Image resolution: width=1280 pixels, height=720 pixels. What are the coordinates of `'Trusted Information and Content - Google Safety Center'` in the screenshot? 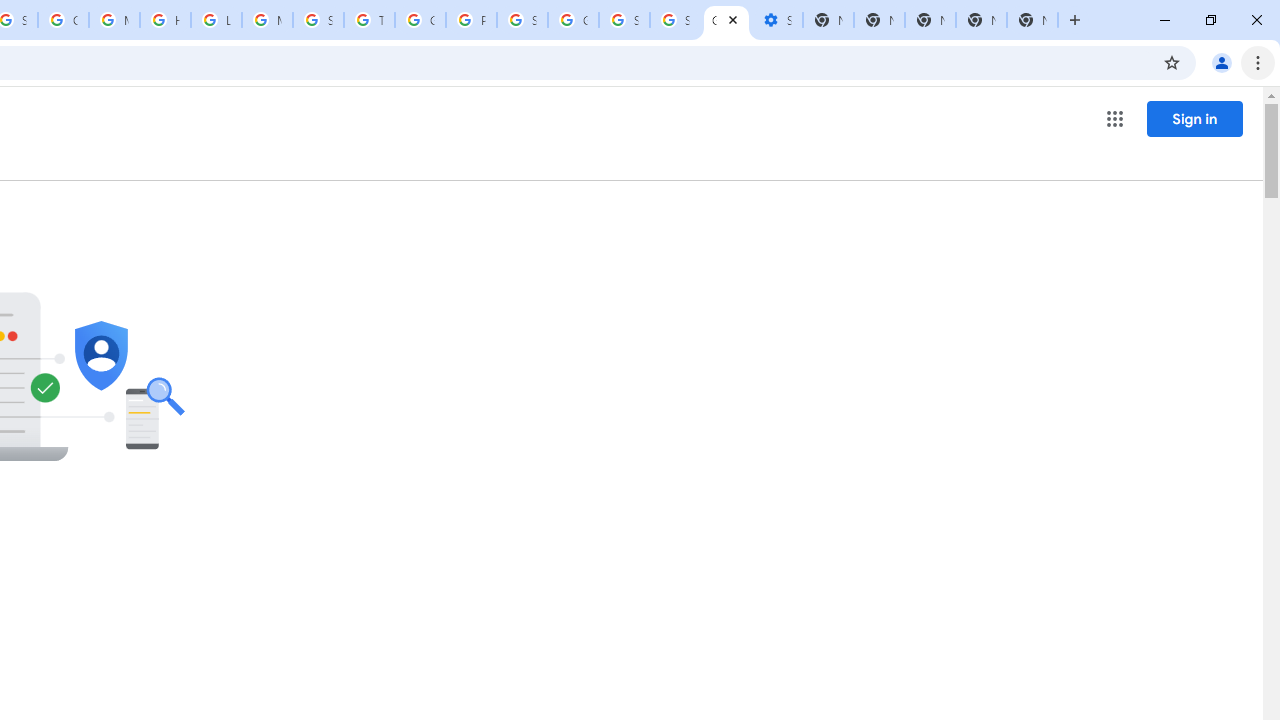 It's located at (369, 20).